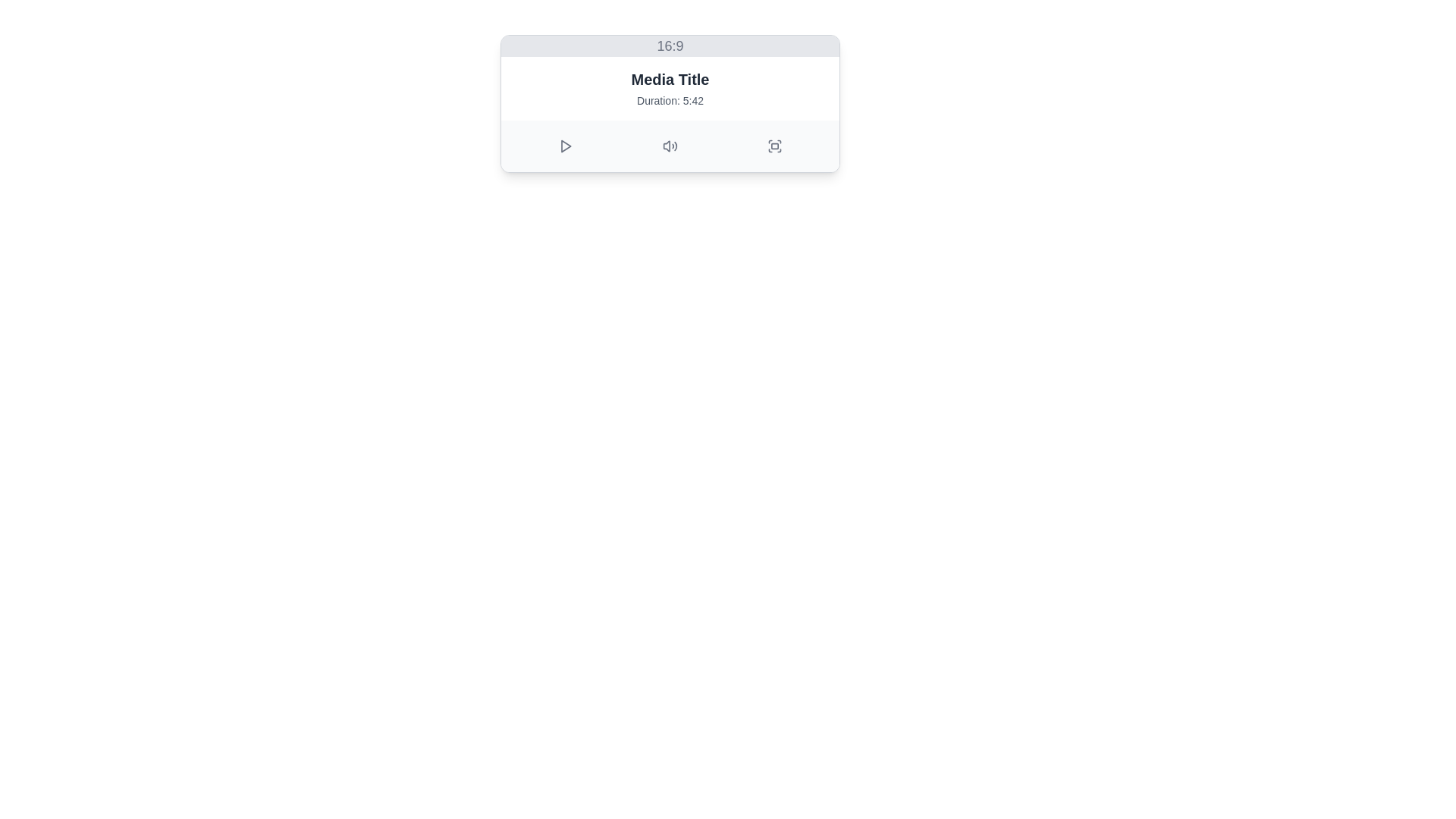 The height and width of the screenshot is (819, 1456). I want to click on the speaker icon, so click(669, 146).